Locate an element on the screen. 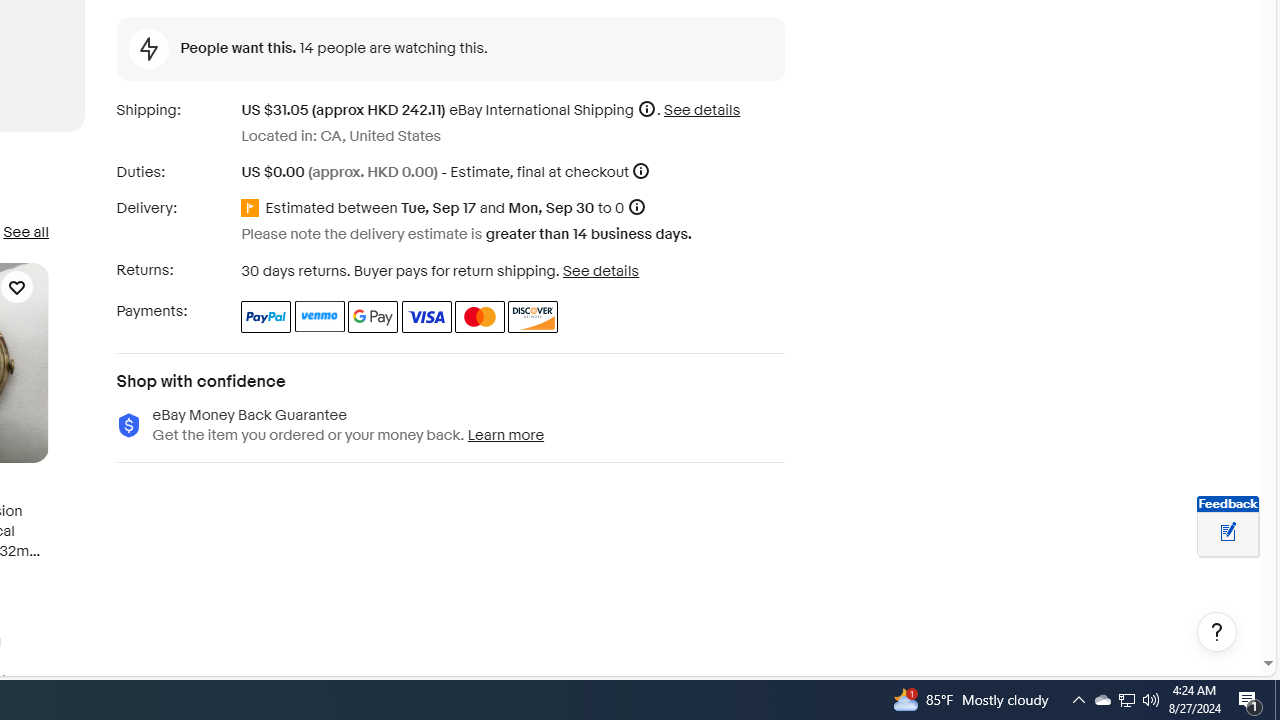 The image size is (1280, 720). 'Leave feedback about your eBay ViewItem experience' is located at coordinates (1227, 532).